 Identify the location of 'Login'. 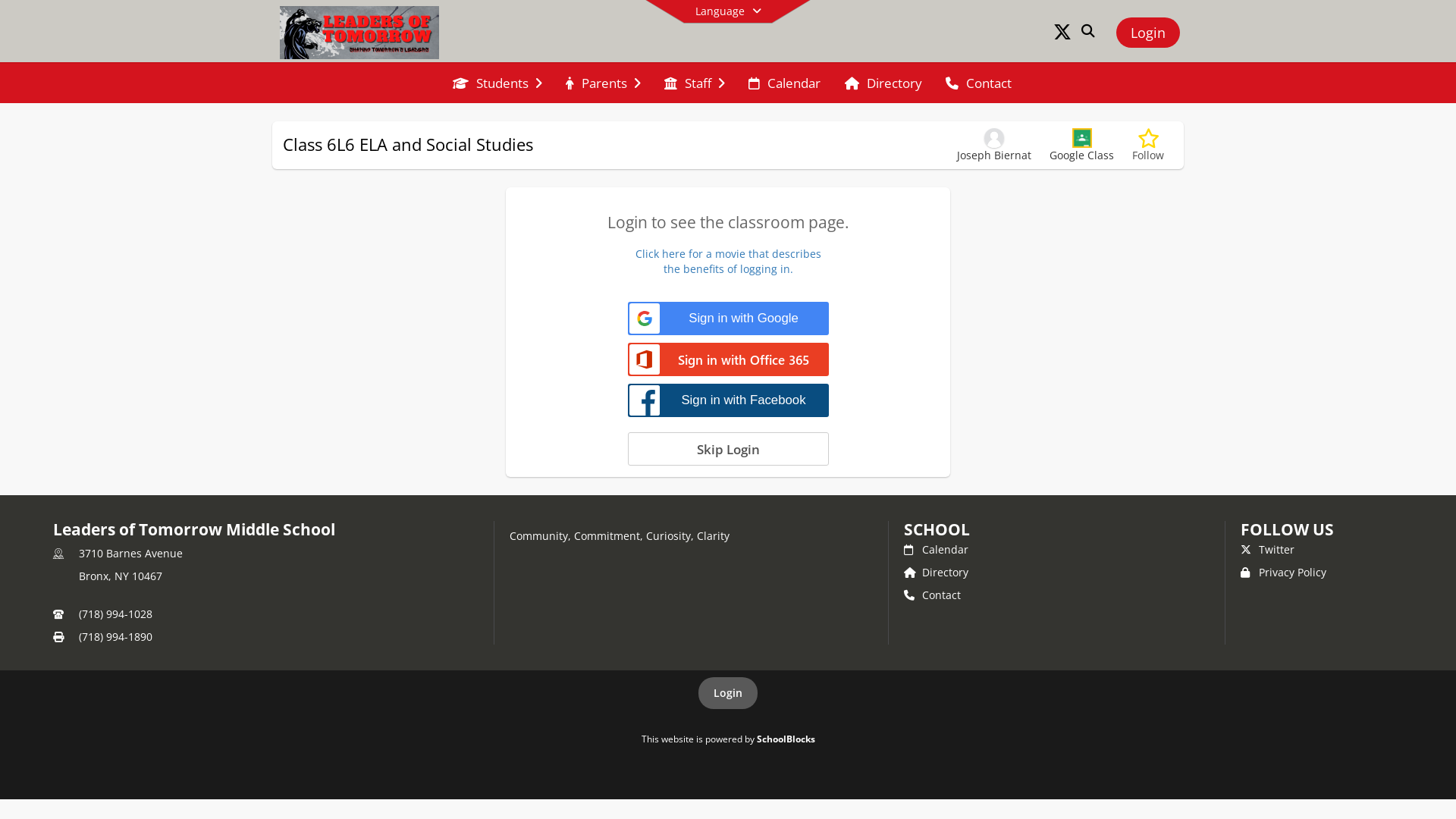
(698, 693).